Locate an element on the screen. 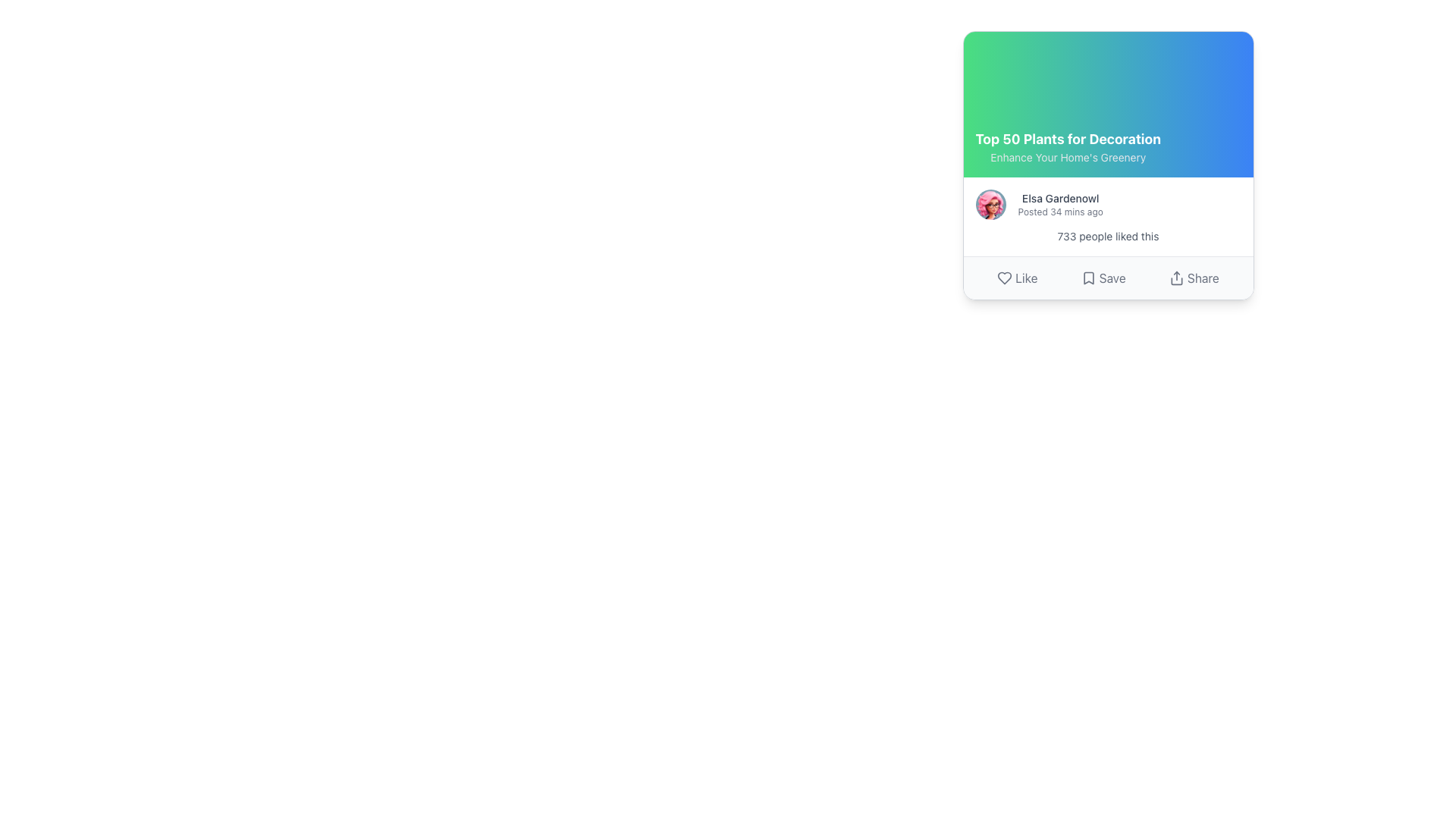 This screenshot has height=819, width=1456. the static text displaying the number of likes for the referenced content, located beneath the 'Elsa Gardenowl Posted 34 mins ago' text component is located at coordinates (1108, 237).